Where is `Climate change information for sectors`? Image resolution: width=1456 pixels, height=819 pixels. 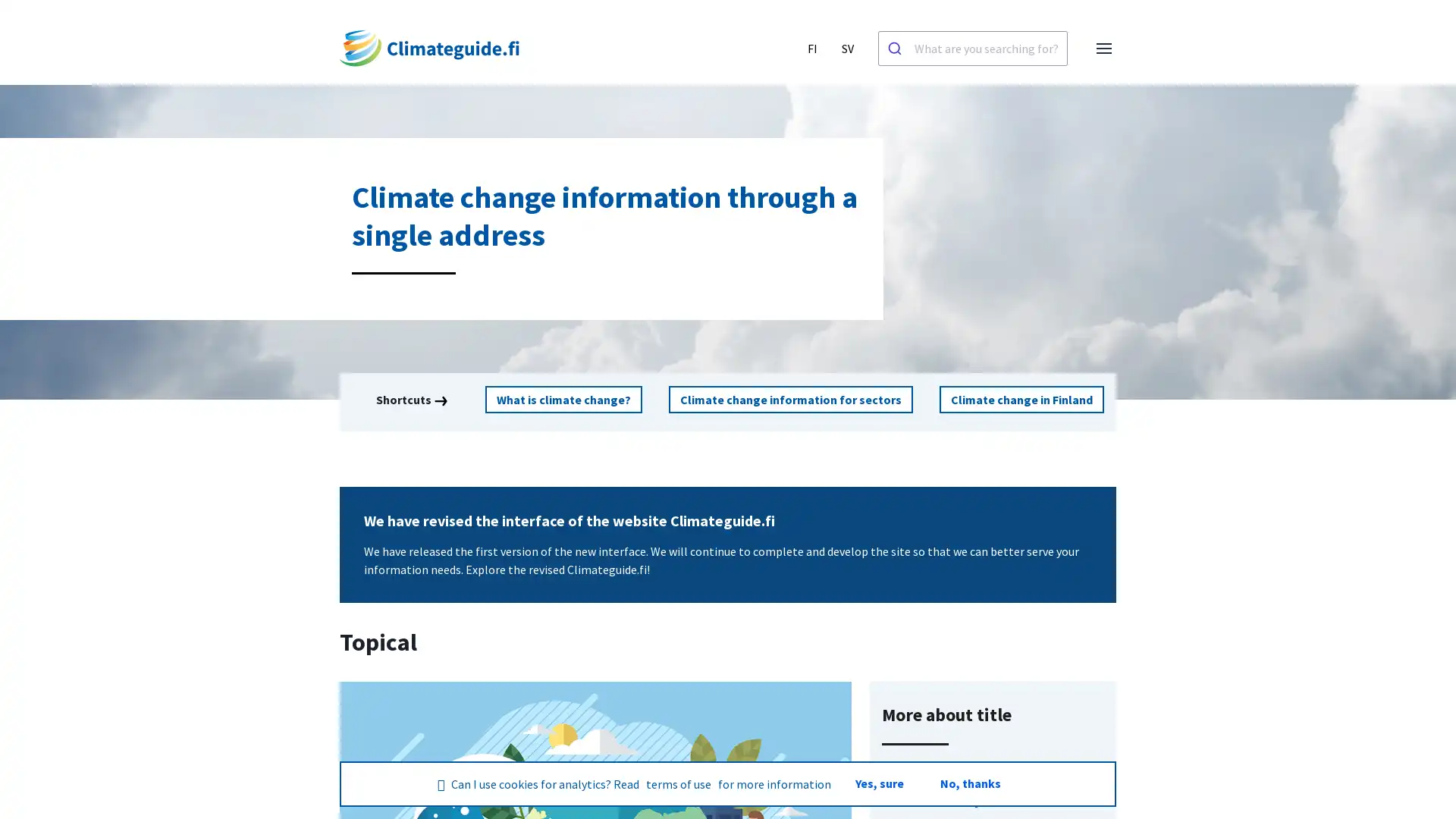 Climate change information for sectors is located at coordinates (789, 399).